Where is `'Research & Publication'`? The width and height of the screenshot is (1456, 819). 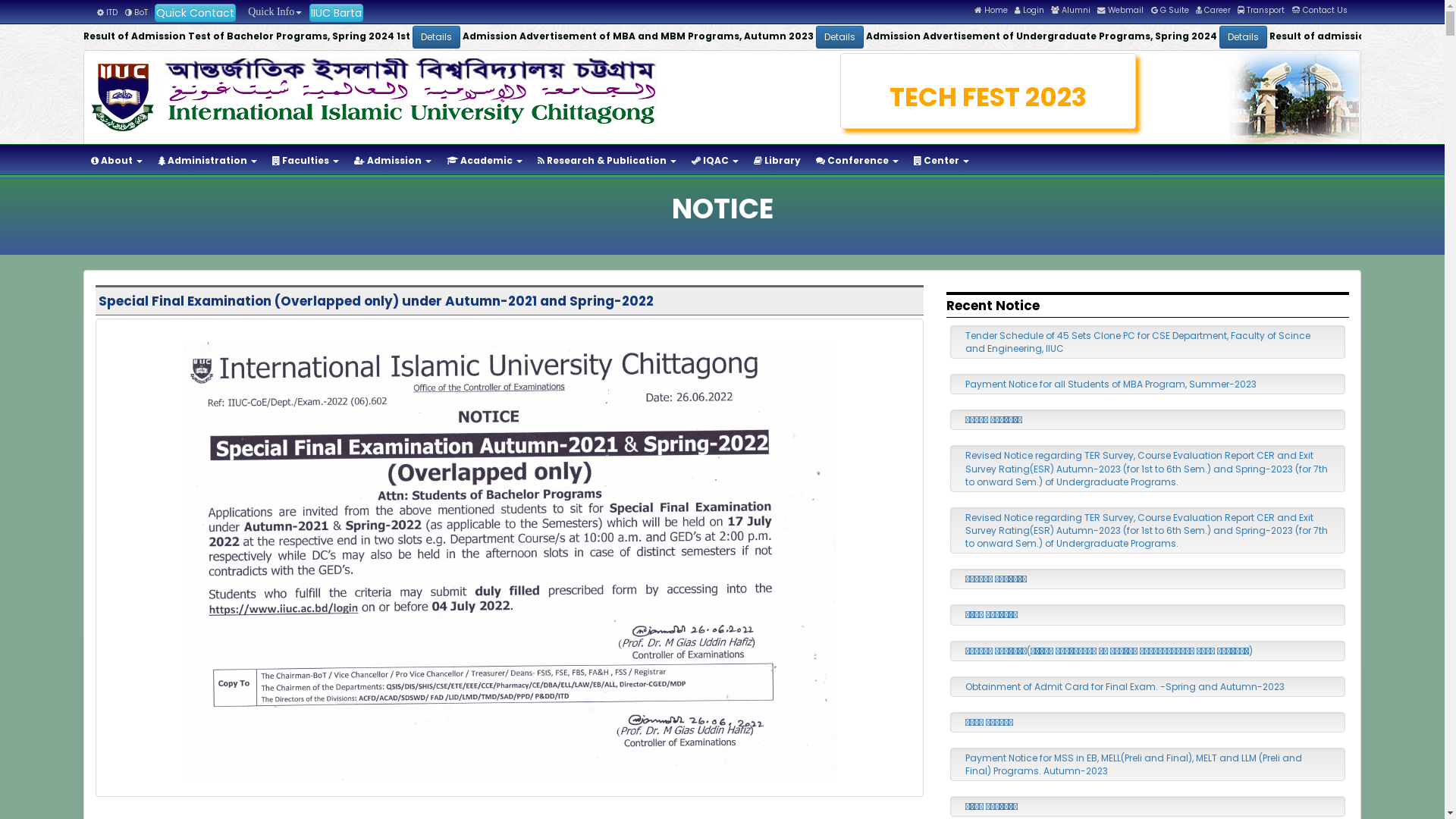 'Research & Publication' is located at coordinates (607, 161).